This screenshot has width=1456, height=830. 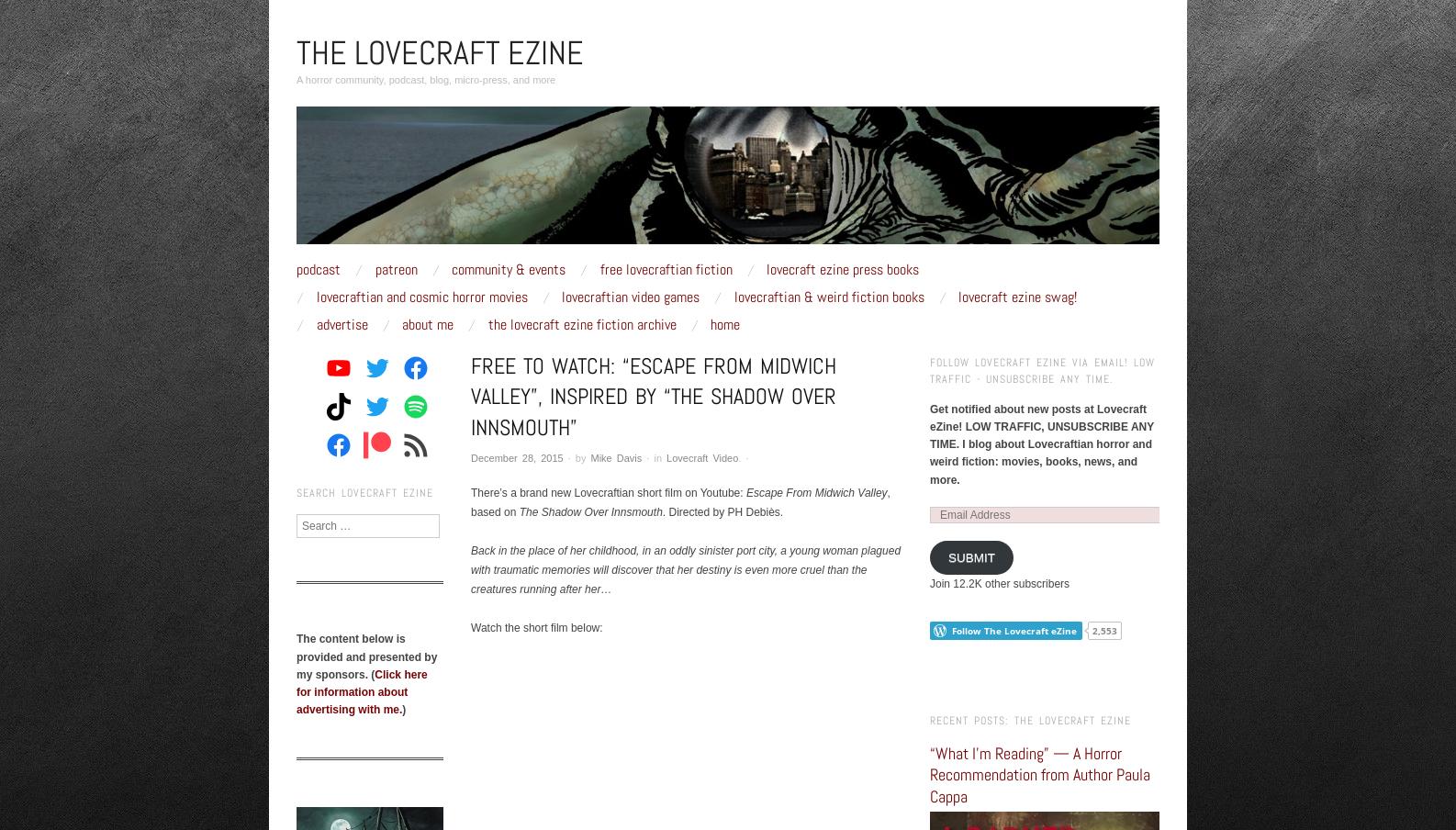 I want to click on 'A horror community, podcast, blog, micro-press, and more', so click(x=425, y=79).